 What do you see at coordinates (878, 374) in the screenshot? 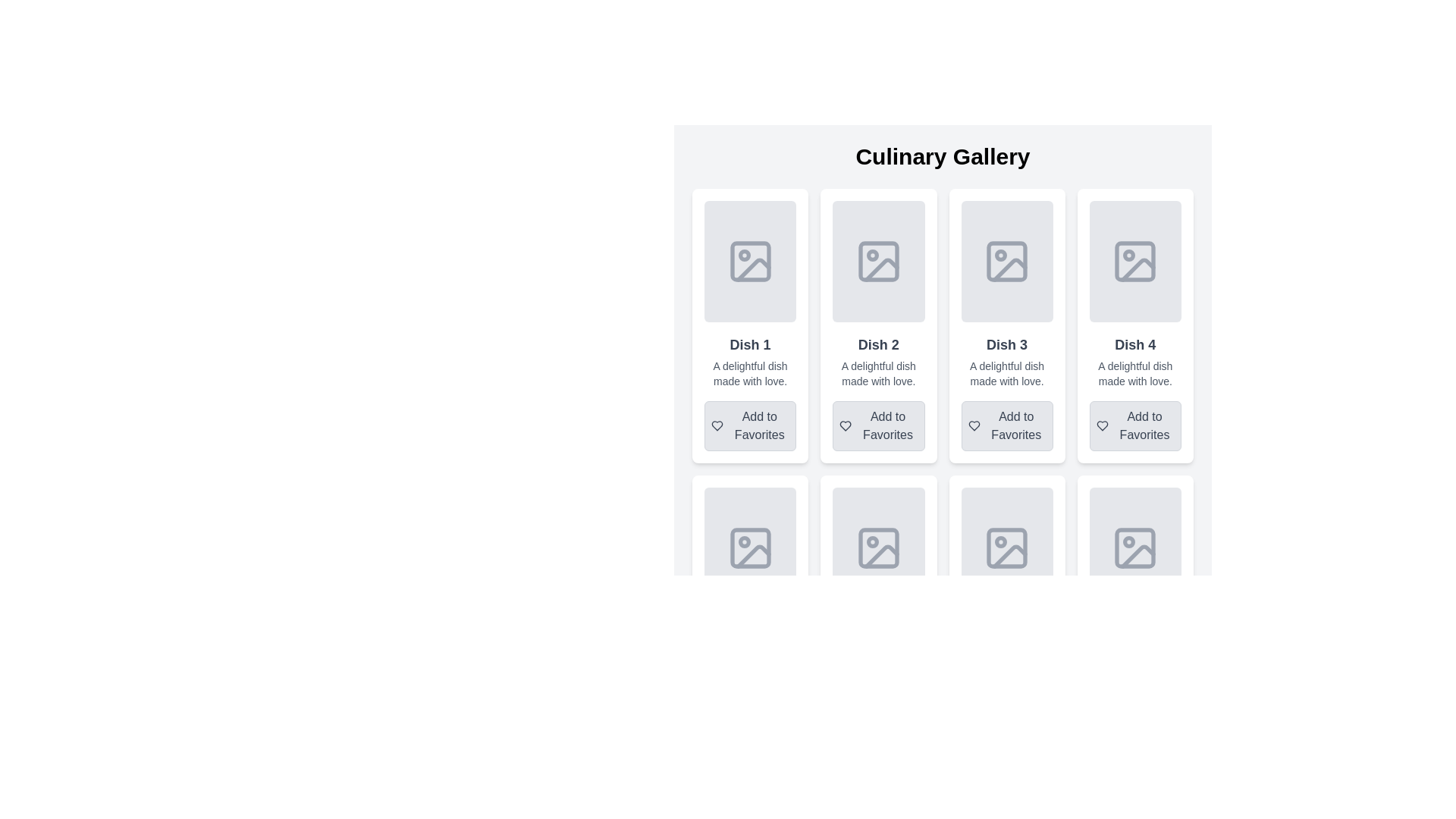
I see `the static text label providing a description for 'Dish 2', located in the grid-view interface under the header 'Dish 2'` at bounding box center [878, 374].